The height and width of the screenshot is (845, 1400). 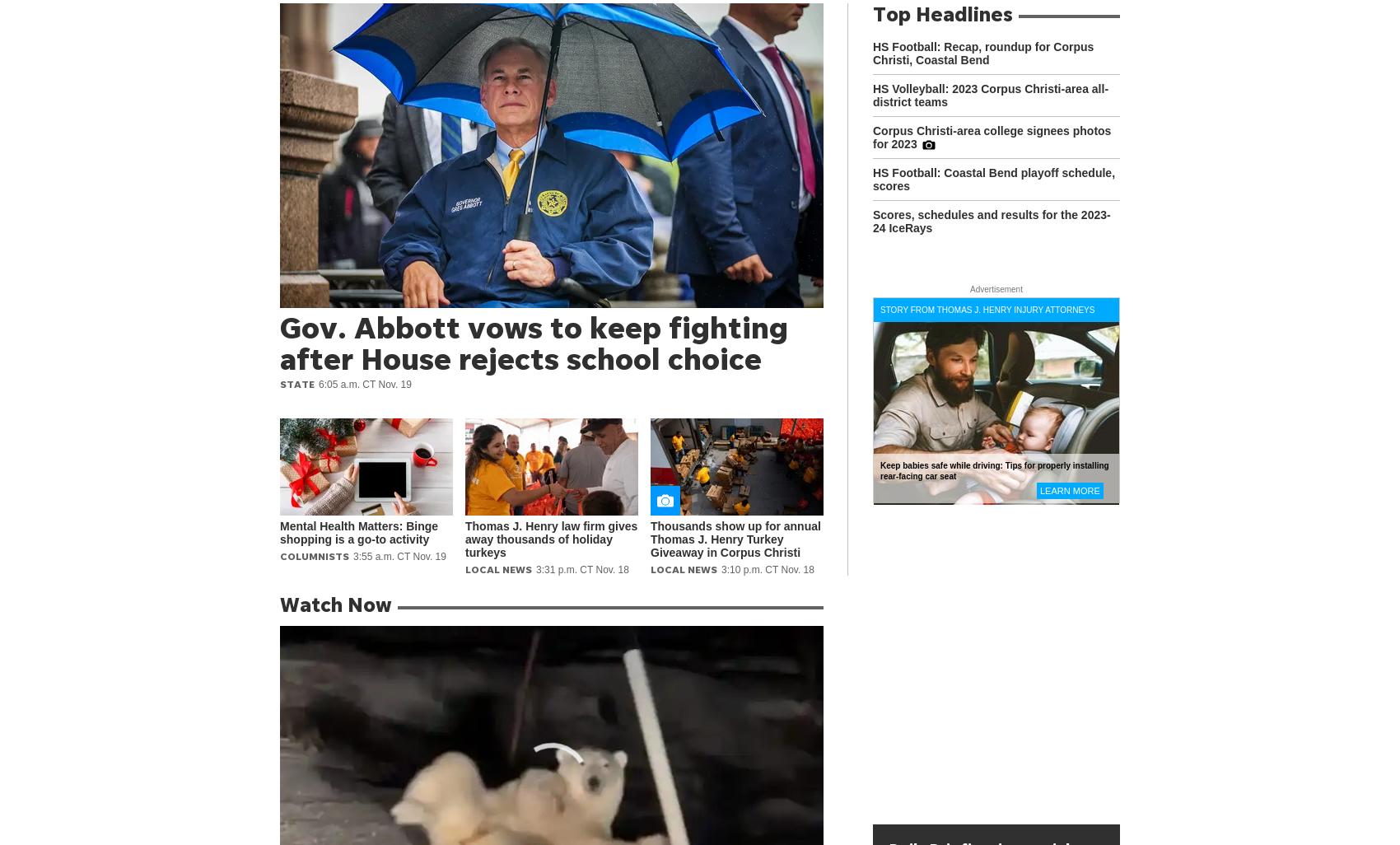 What do you see at coordinates (989, 96) in the screenshot?
I see `'HS Volleyball: 2023 Corpus Christi-area all-district teams'` at bounding box center [989, 96].